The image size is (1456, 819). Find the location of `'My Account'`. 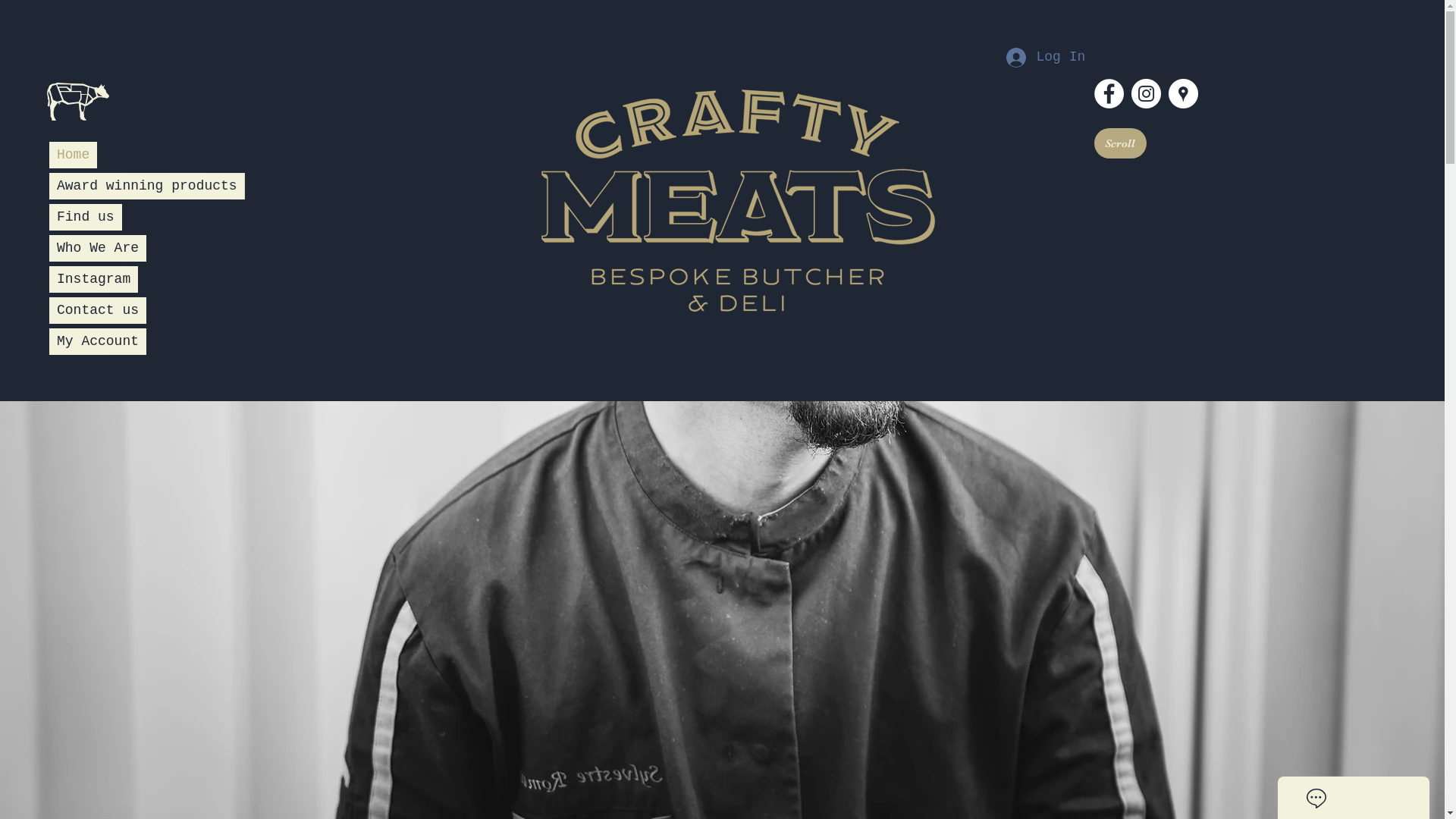

'My Account' is located at coordinates (97, 331).